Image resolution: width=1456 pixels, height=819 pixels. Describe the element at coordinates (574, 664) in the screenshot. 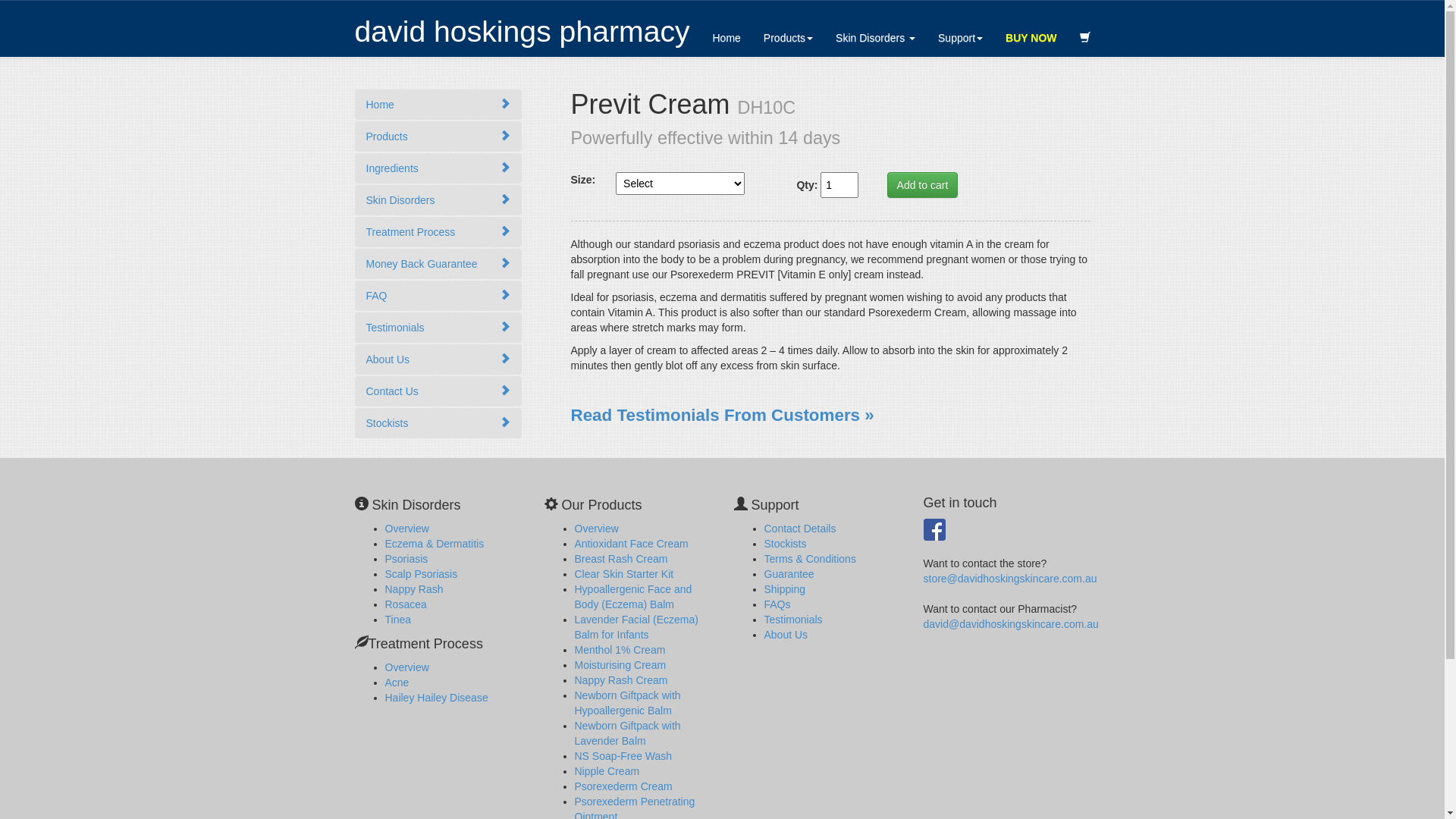

I see `'Moisturising Cream'` at that location.